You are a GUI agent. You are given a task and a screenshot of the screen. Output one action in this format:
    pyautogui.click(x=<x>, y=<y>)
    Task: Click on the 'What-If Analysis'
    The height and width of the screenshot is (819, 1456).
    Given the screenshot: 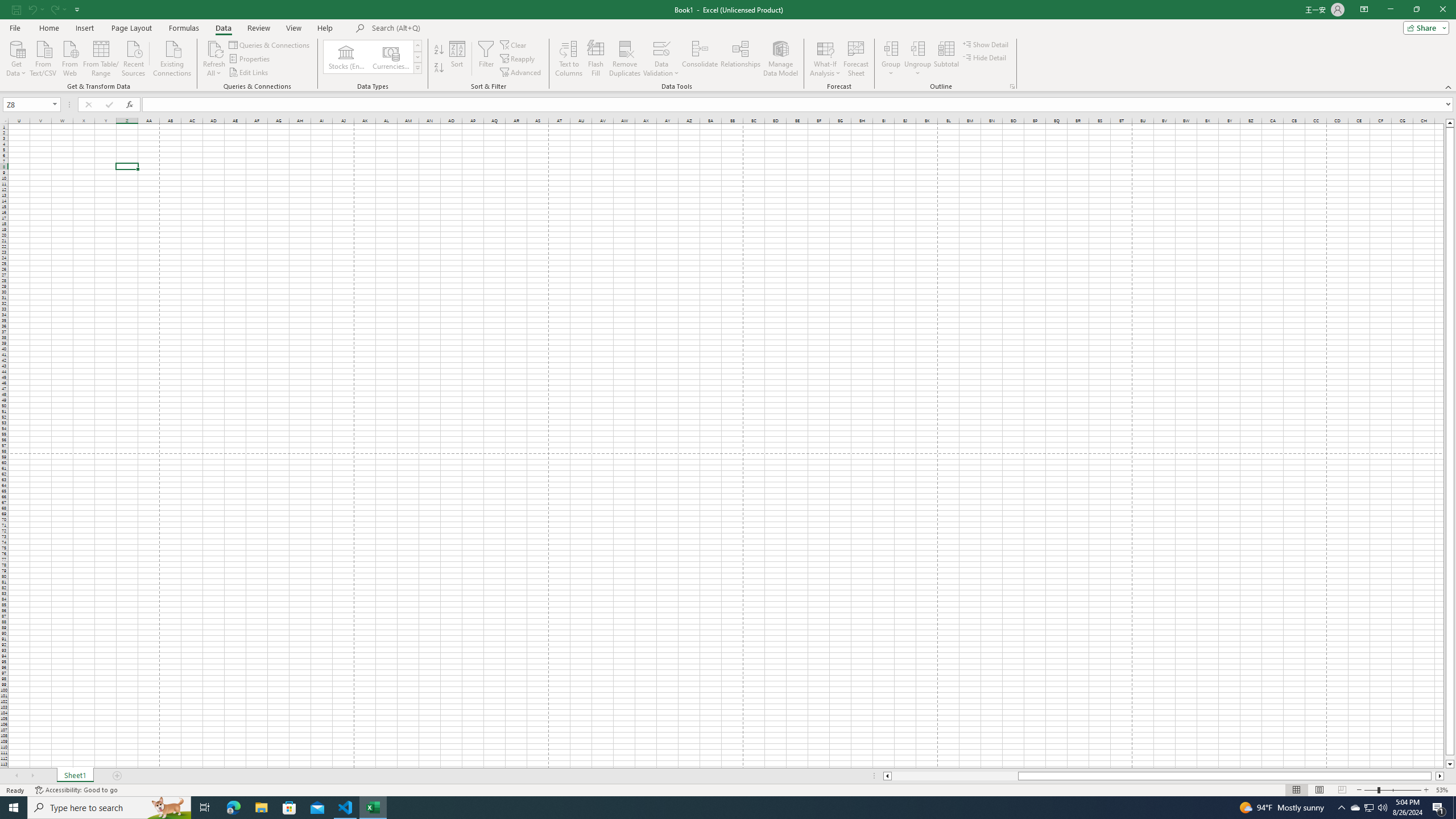 What is the action you would take?
    pyautogui.click(x=825, y=59)
    